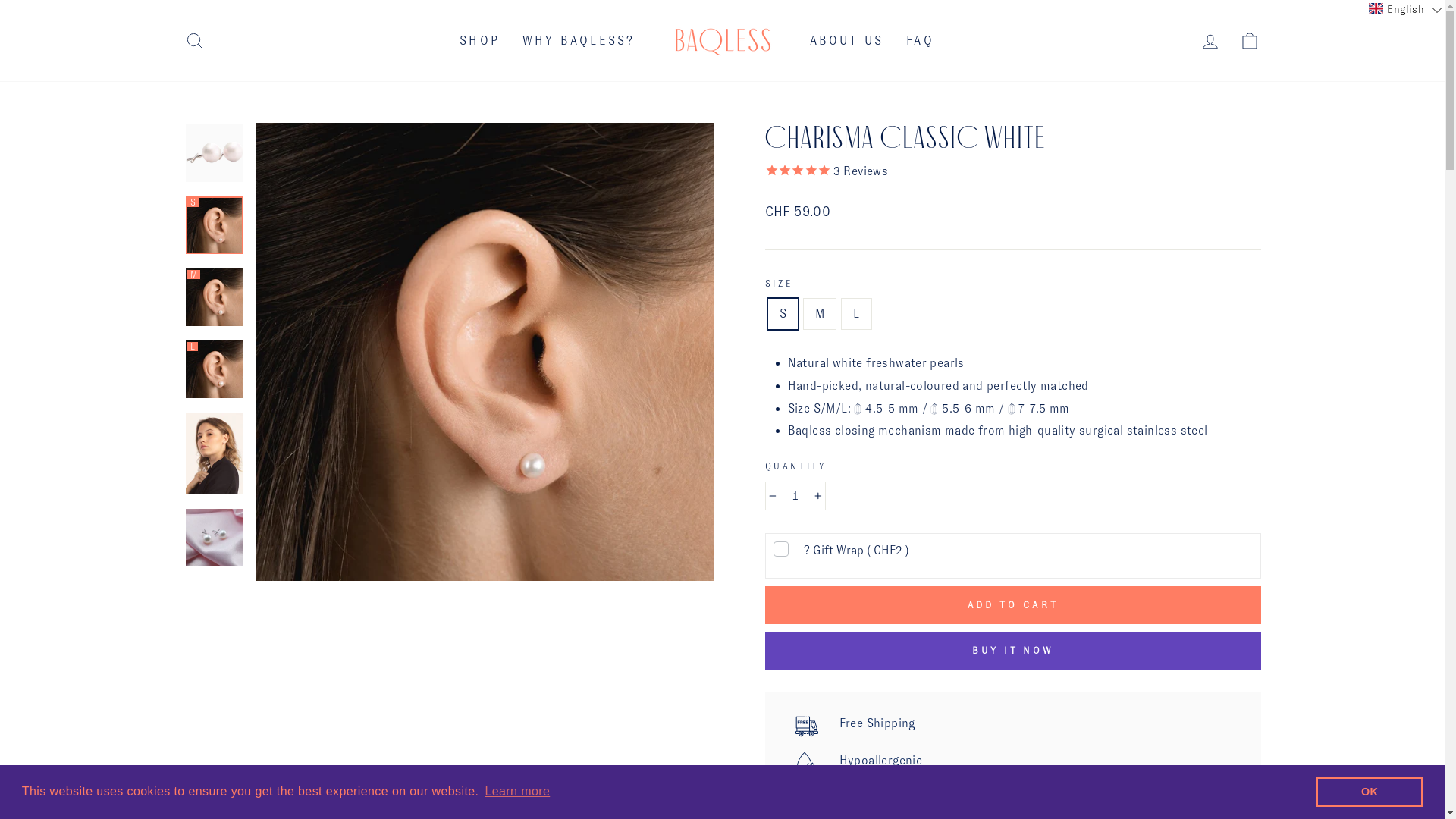 The width and height of the screenshot is (1456, 819). I want to click on 'Skip to content', so click(0, 0).